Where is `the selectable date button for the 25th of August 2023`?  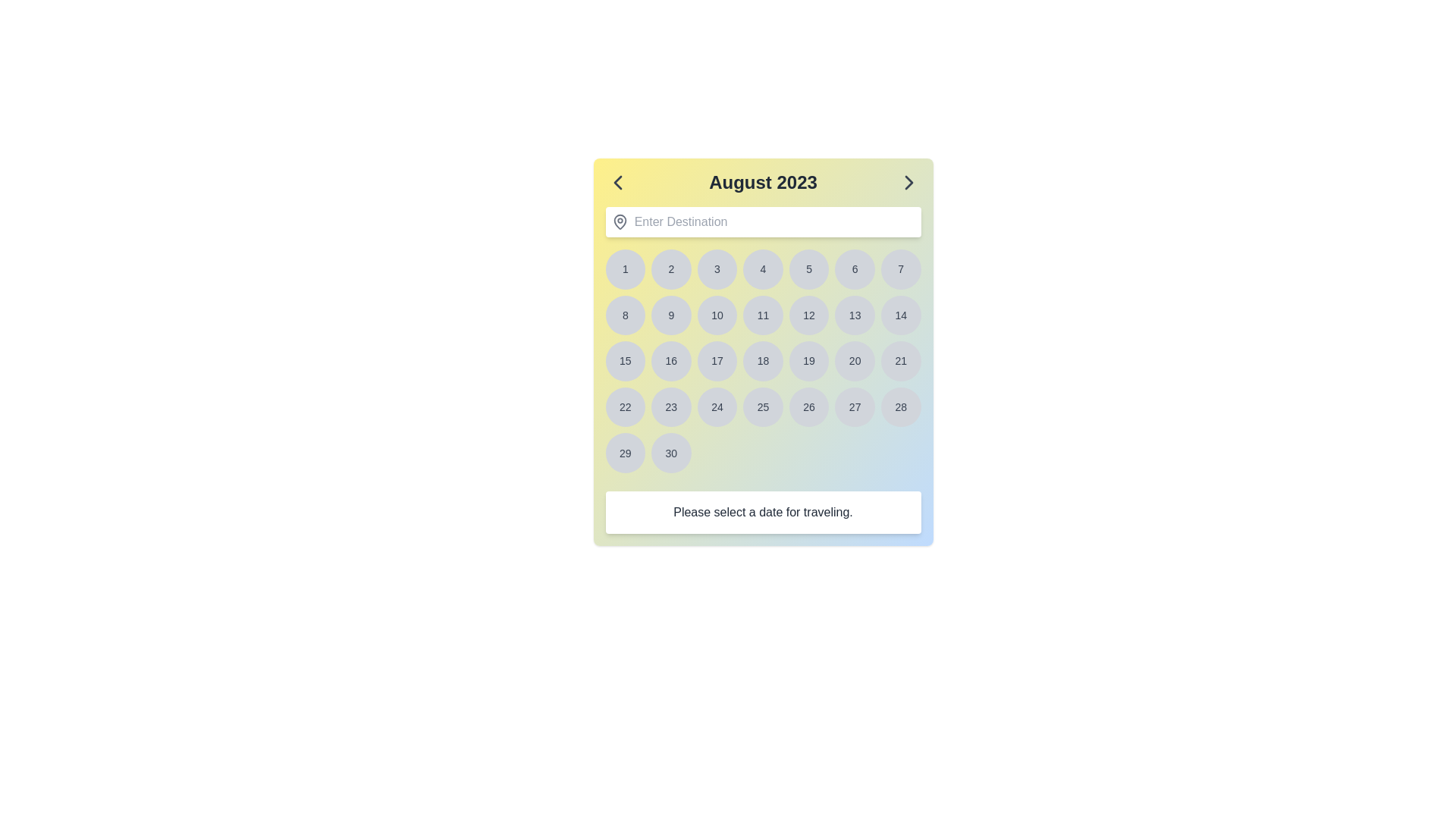
the selectable date button for the 25th of August 2023 is located at coordinates (763, 406).